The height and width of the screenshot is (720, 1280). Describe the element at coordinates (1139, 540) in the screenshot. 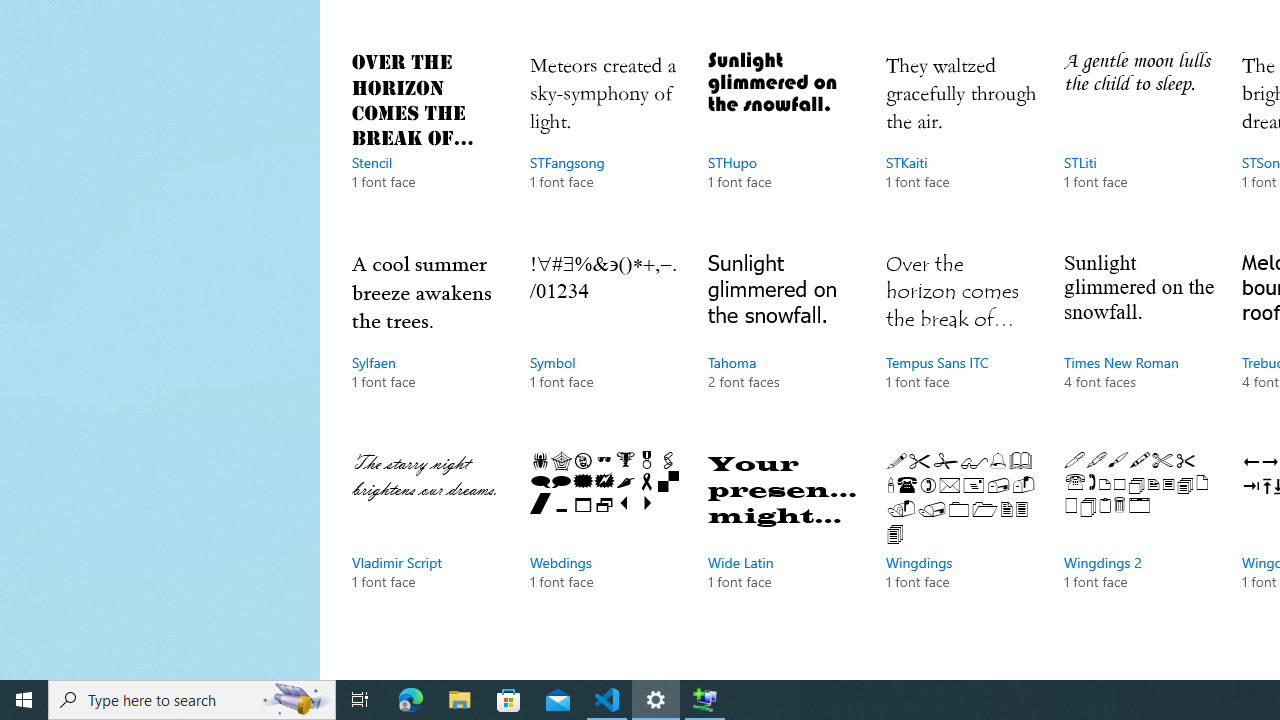

I see `'Wingdings 2, 1 font face'` at that location.